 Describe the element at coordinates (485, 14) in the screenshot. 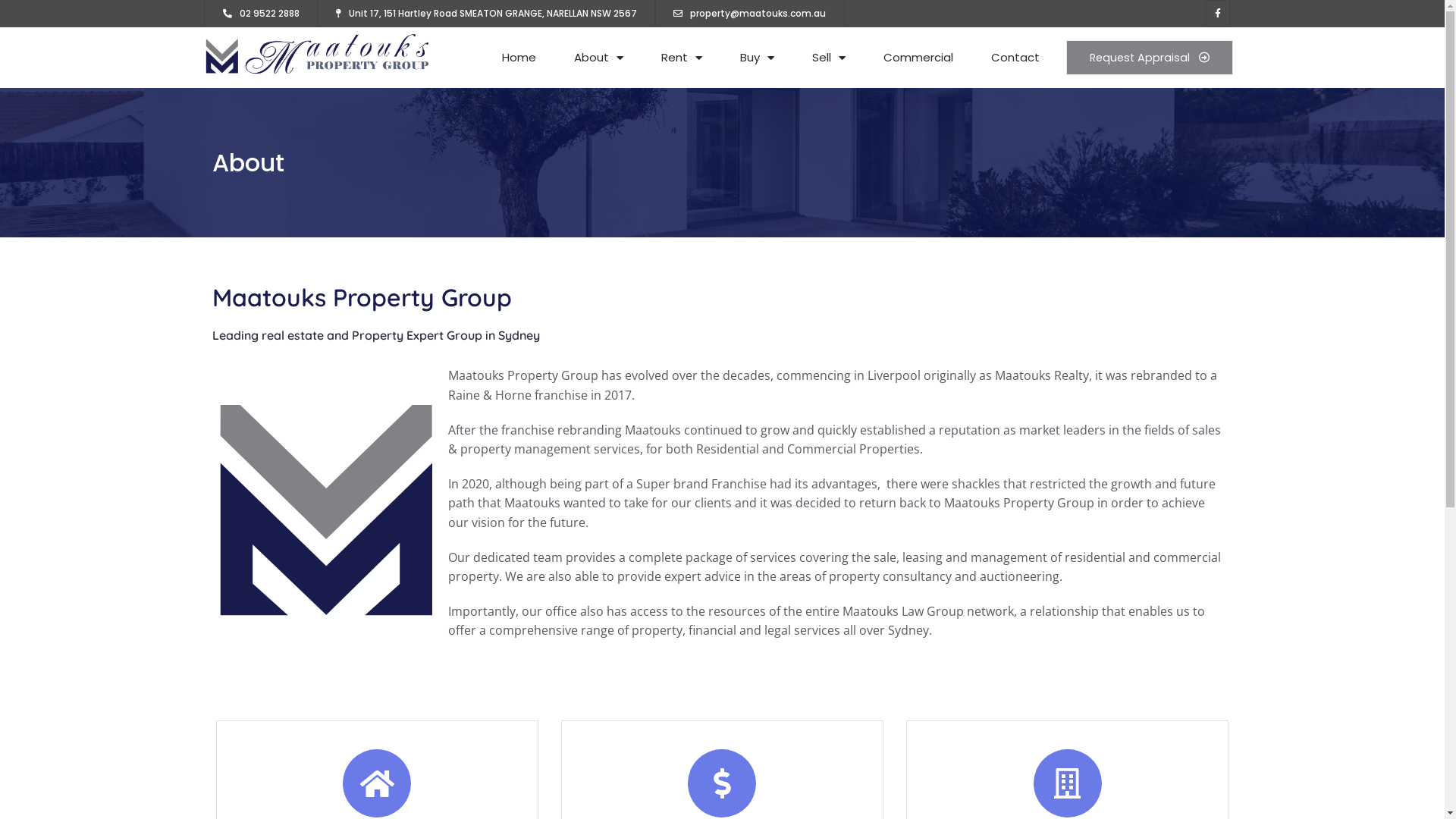

I see `'Unit 17, 151 Hartley Road SMEATON GRANGE, NARELLAN NSW 2567'` at that location.